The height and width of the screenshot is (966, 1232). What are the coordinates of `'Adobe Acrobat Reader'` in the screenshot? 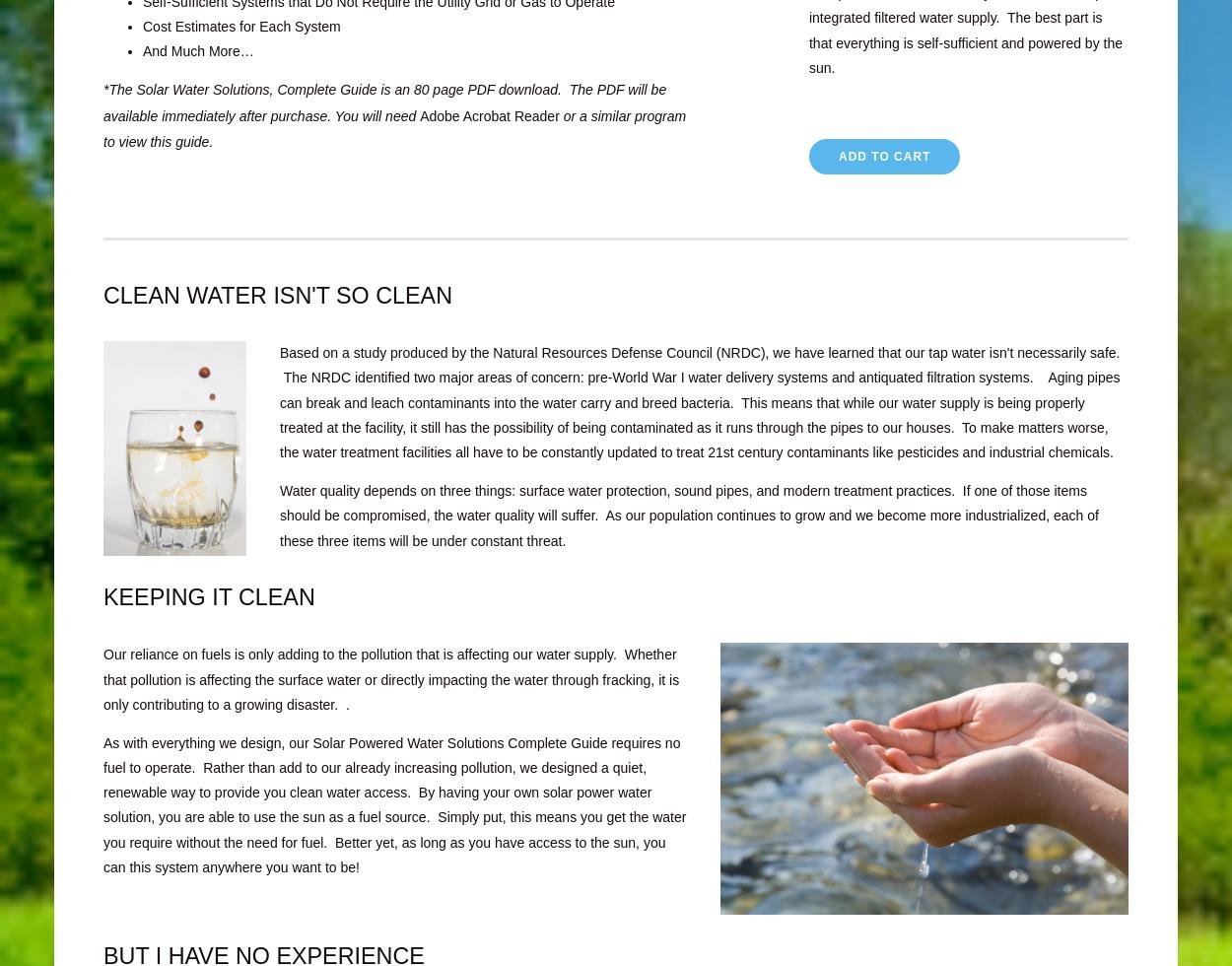 It's located at (488, 115).